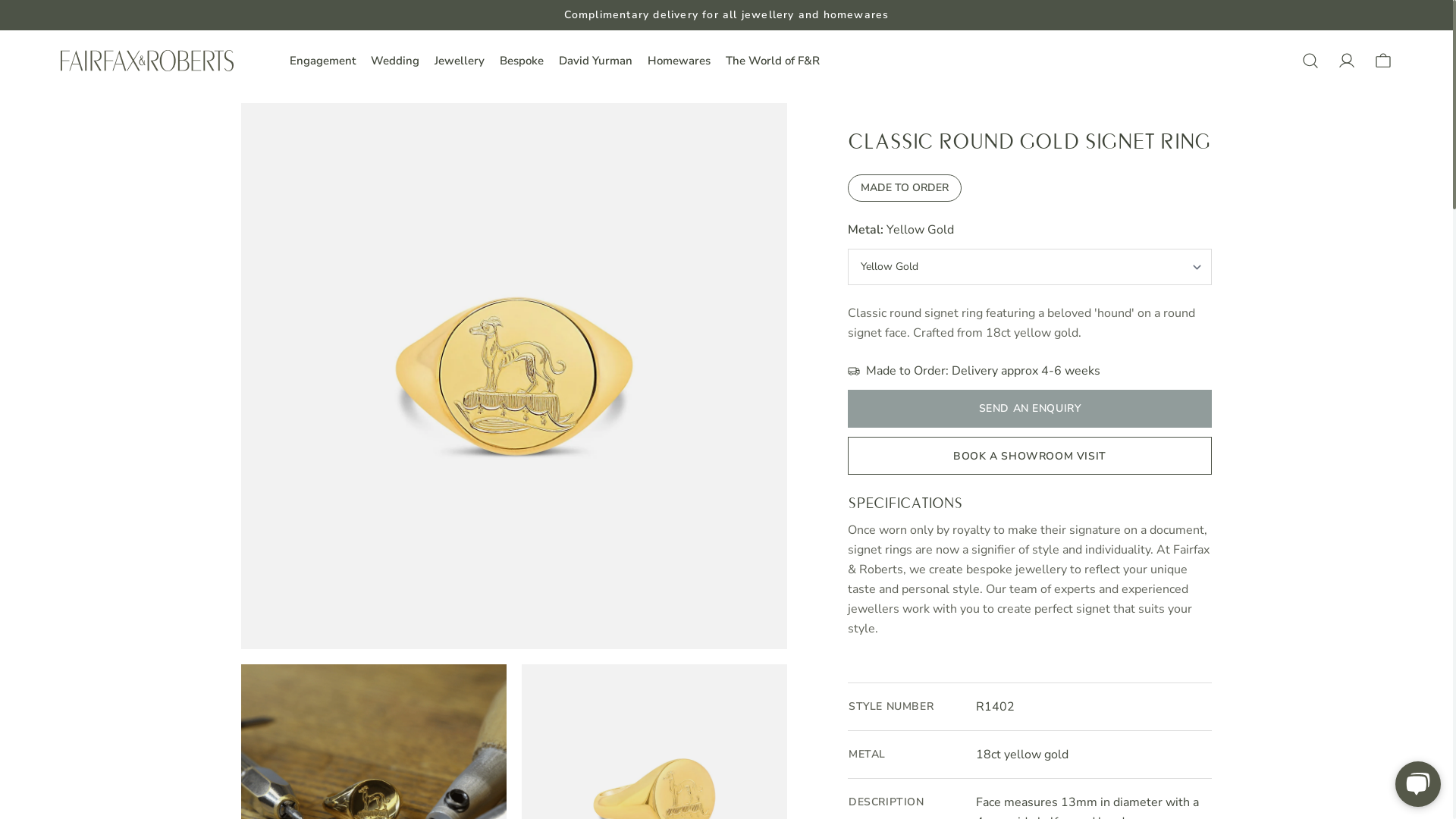 The height and width of the screenshot is (819, 1456). I want to click on 'Account Dashboard', so click(1347, 60).